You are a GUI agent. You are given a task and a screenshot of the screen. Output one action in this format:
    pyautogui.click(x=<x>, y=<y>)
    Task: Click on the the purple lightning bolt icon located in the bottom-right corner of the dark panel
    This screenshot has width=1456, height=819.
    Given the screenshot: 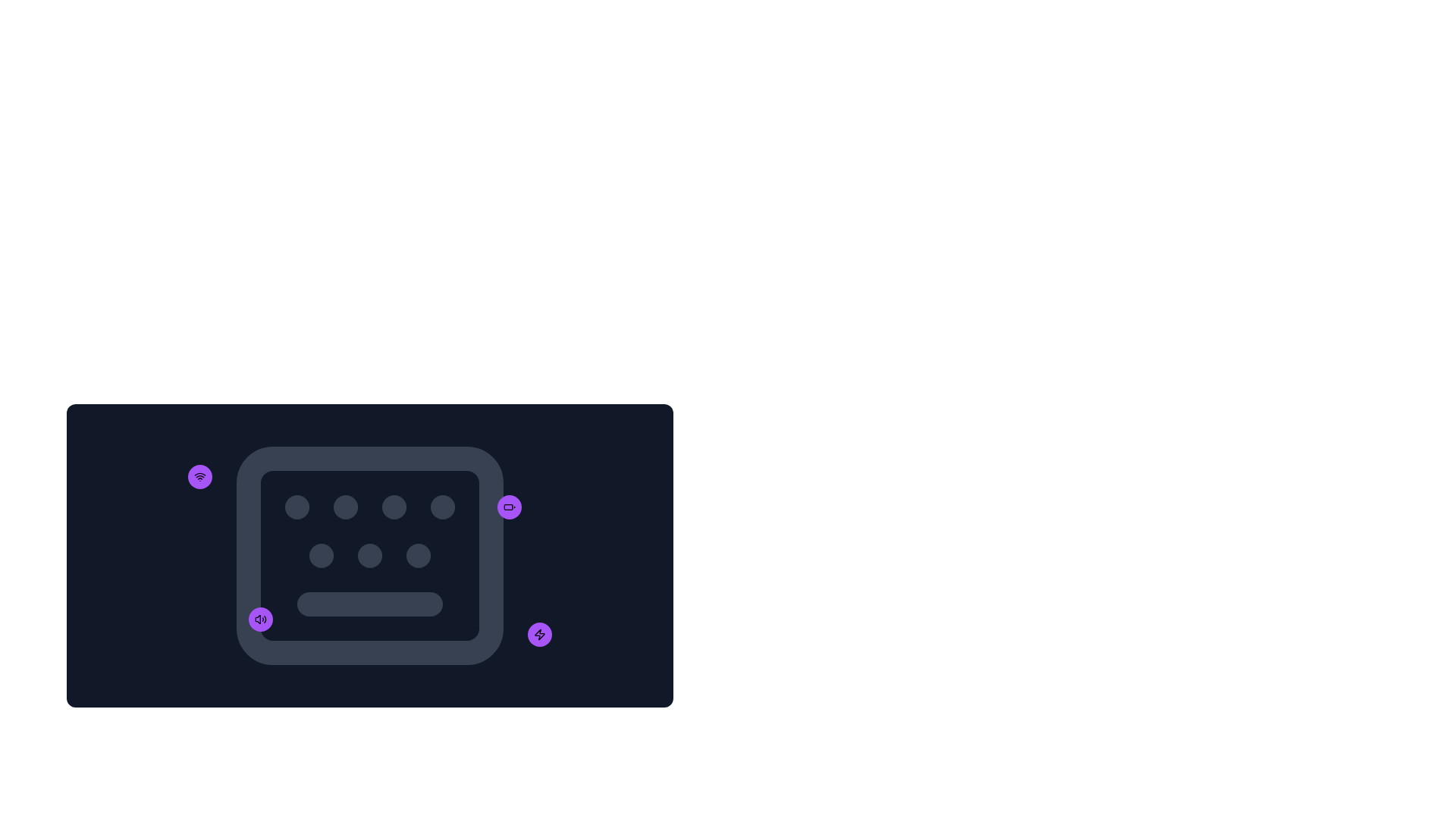 What is the action you would take?
    pyautogui.click(x=539, y=635)
    